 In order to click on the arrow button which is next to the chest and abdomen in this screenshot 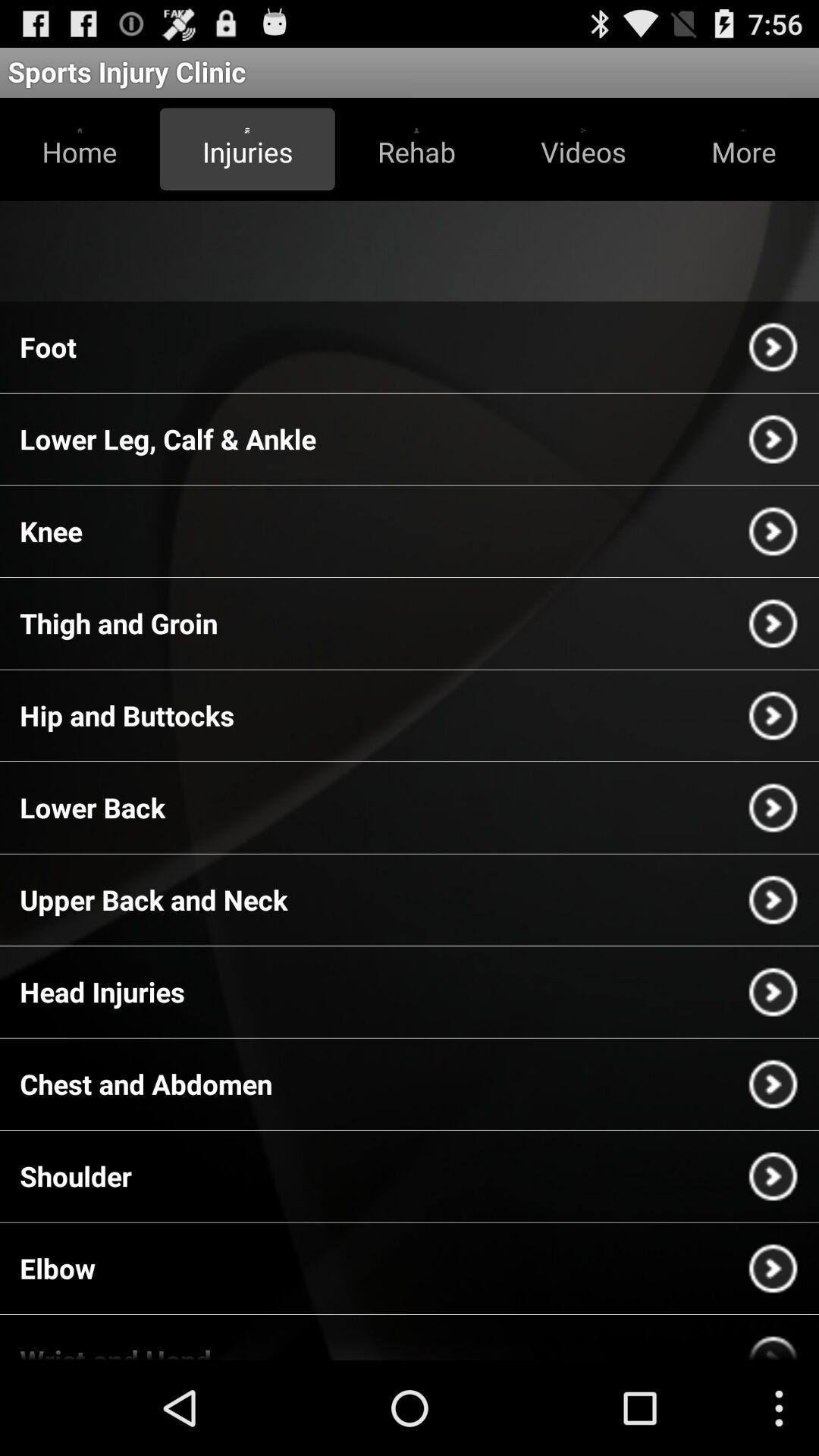, I will do `click(773, 1084)`.